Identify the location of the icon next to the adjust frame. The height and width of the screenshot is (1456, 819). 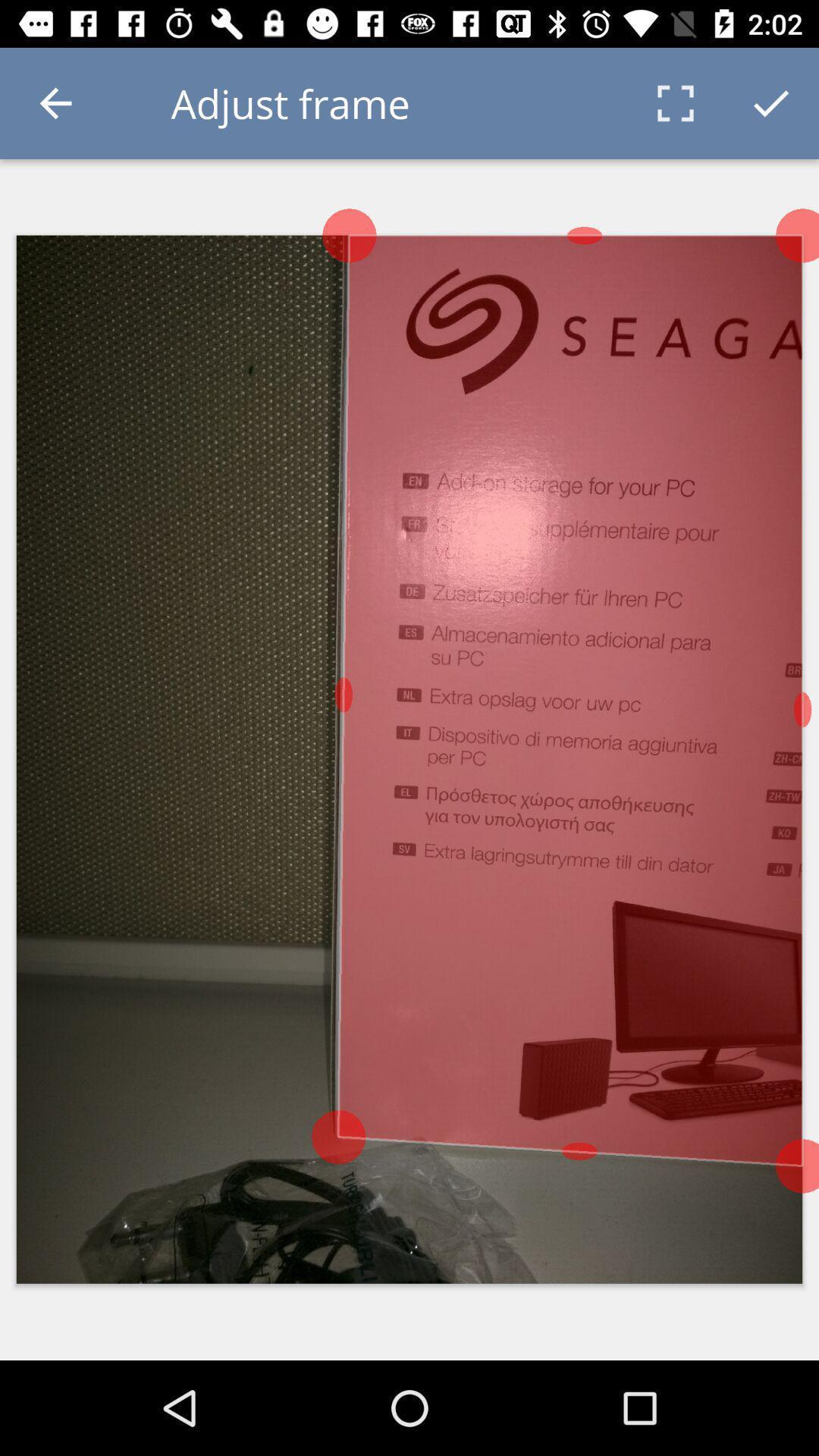
(675, 102).